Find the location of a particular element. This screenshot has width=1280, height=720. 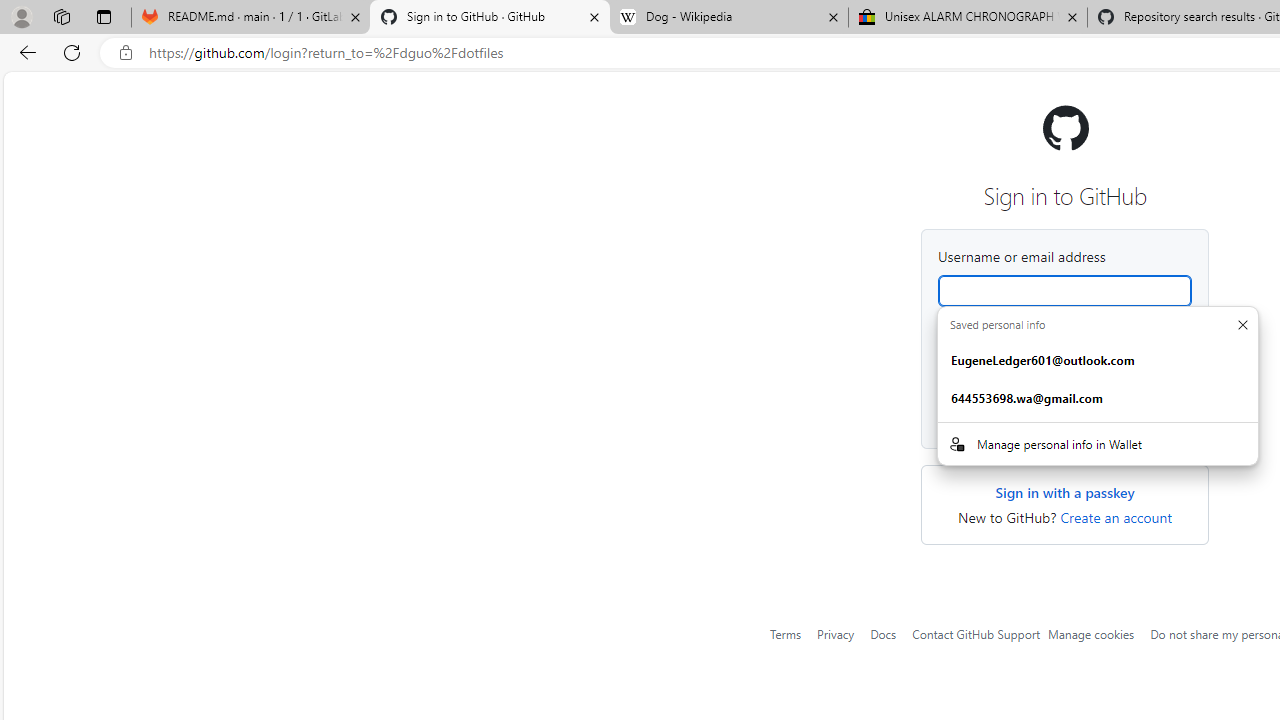

'Don' is located at coordinates (1241, 324).